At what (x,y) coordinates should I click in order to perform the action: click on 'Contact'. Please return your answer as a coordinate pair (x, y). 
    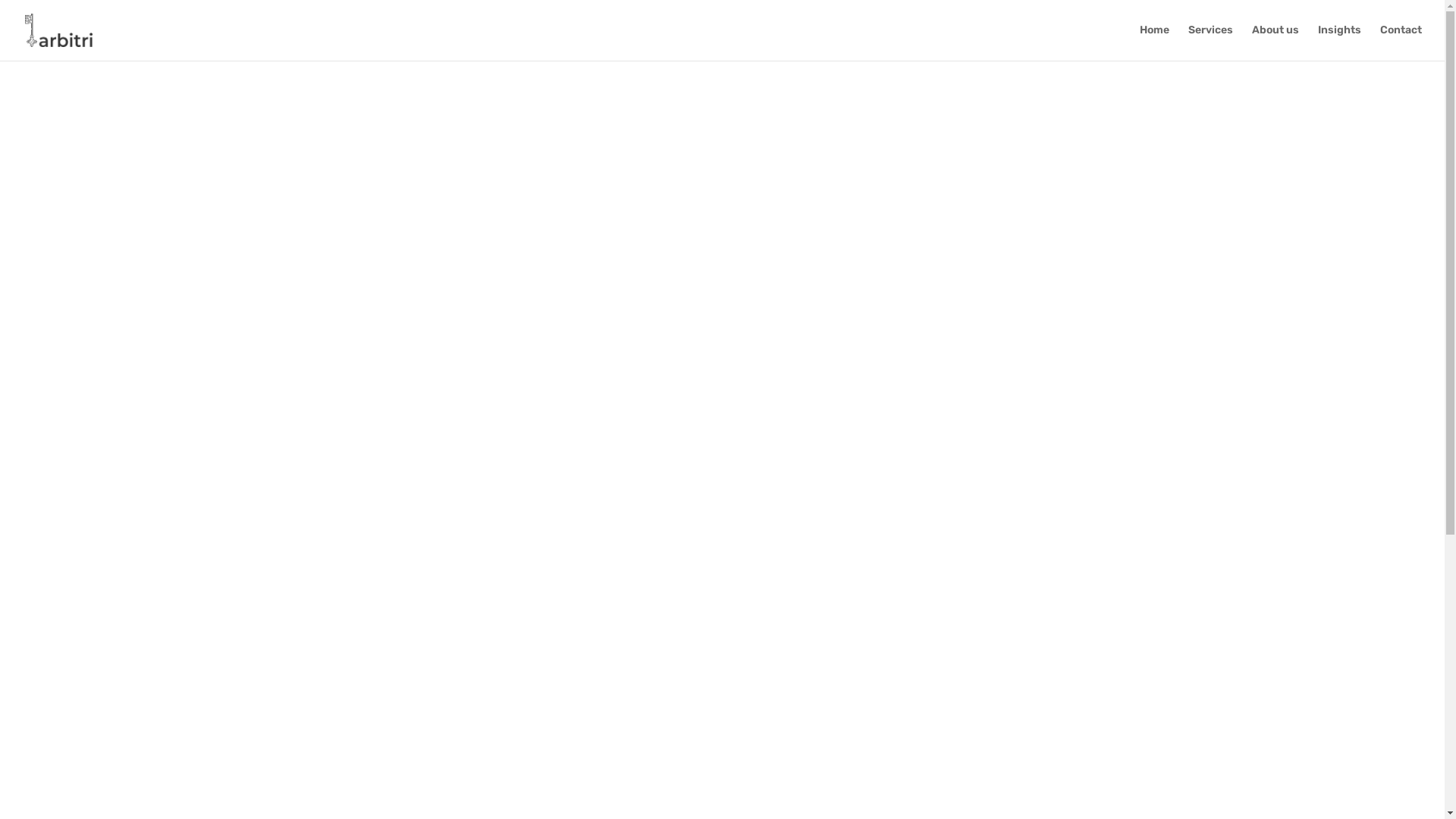
    Looking at the image, I should click on (1400, 42).